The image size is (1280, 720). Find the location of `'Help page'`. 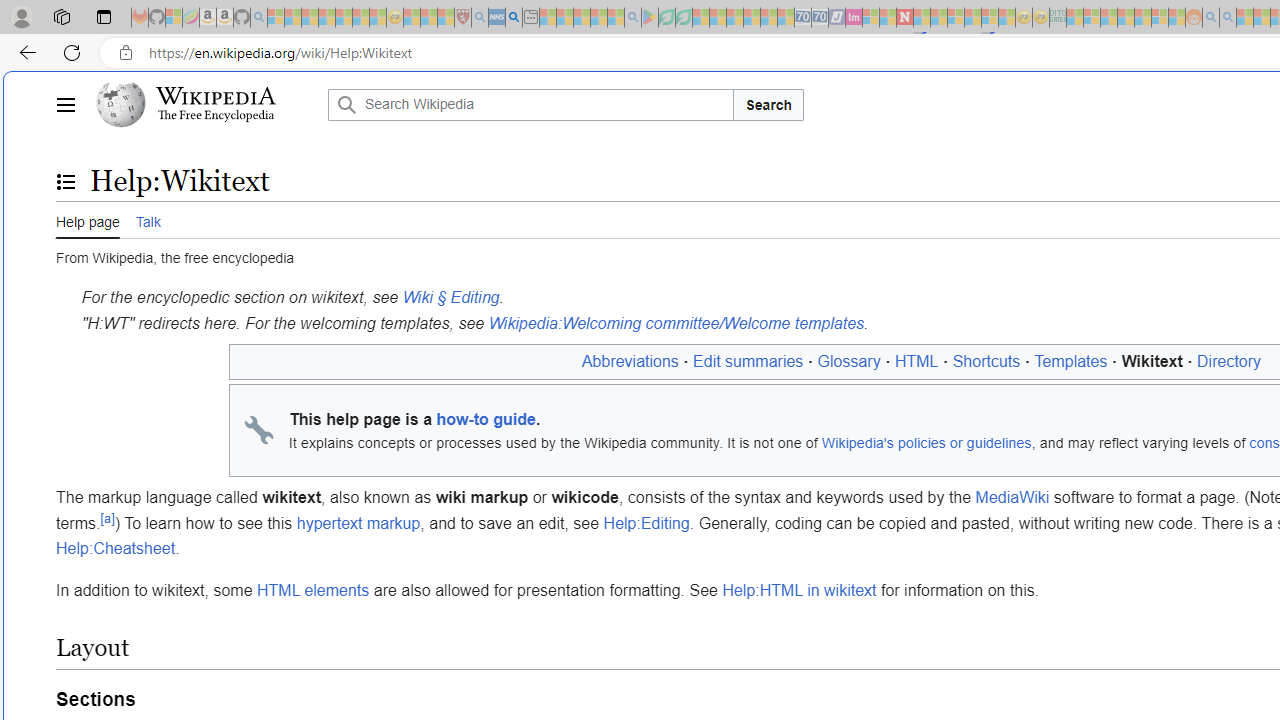

'Help page' is located at coordinates (87, 219).